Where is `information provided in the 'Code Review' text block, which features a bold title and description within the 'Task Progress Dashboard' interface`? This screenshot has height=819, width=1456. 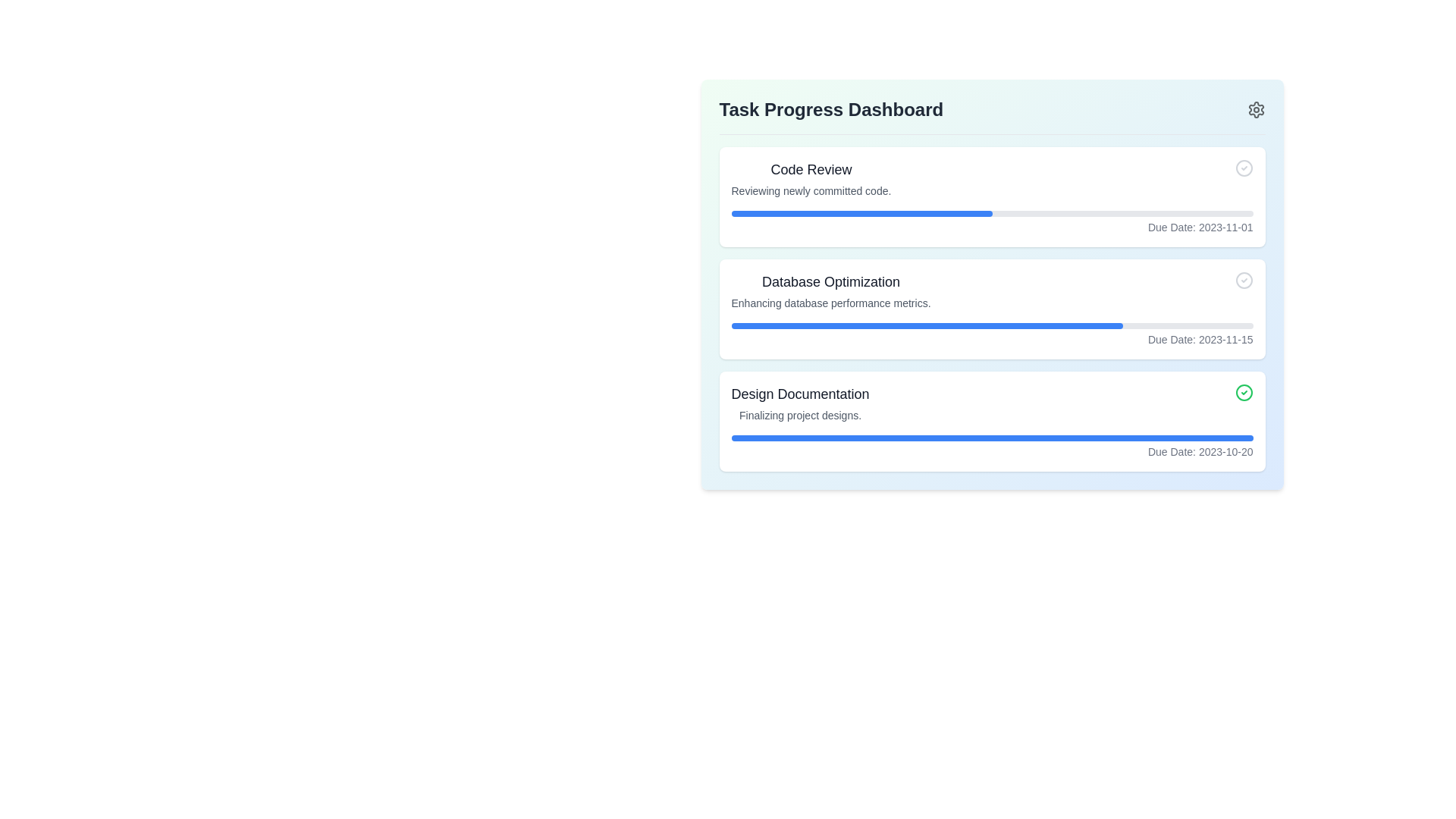
information provided in the 'Code Review' text block, which features a bold title and description within the 'Task Progress Dashboard' interface is located at coordinates (811, 177).